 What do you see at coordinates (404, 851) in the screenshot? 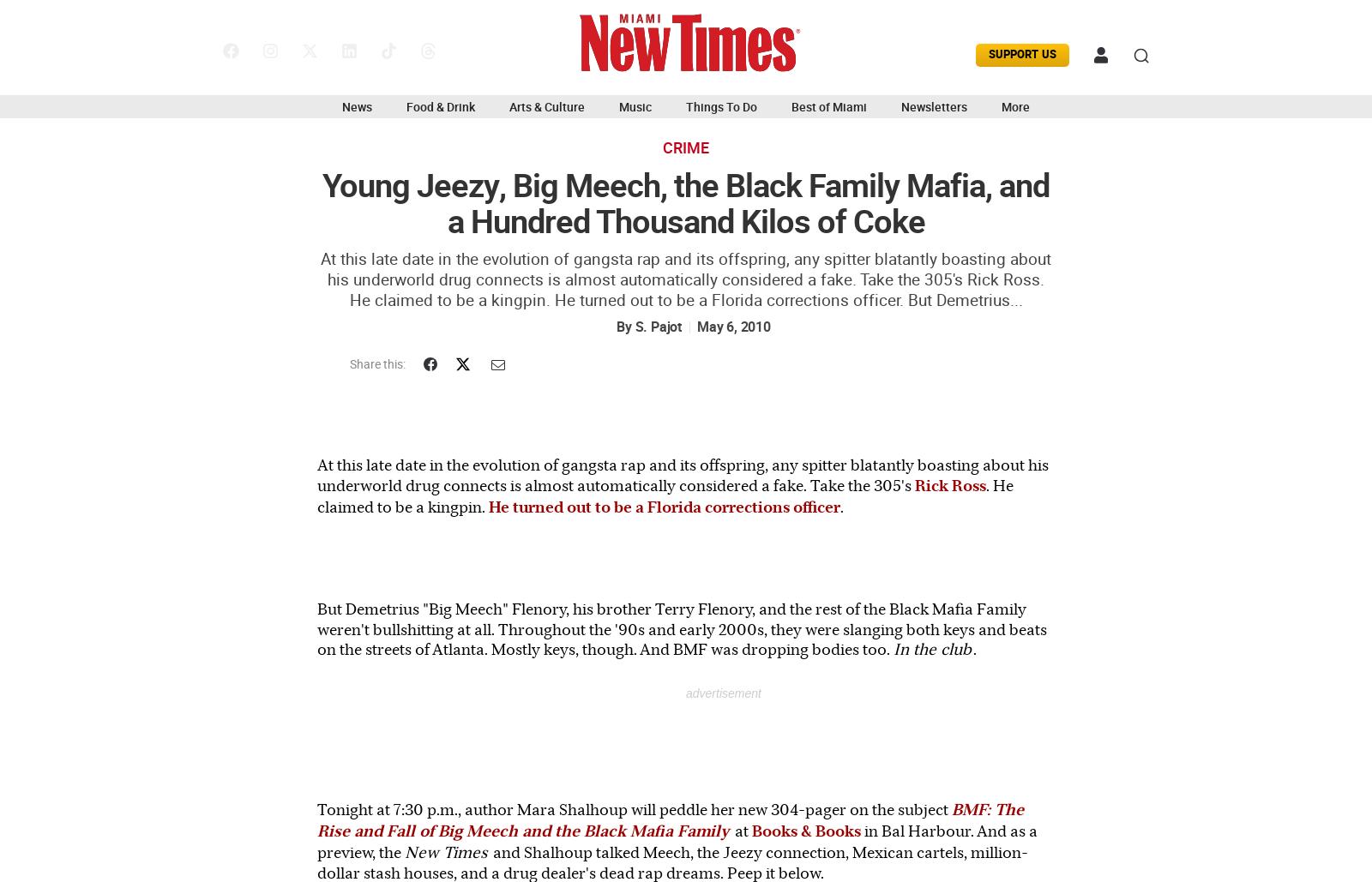
I see `'New Times'` at bounding box center [404, 851].